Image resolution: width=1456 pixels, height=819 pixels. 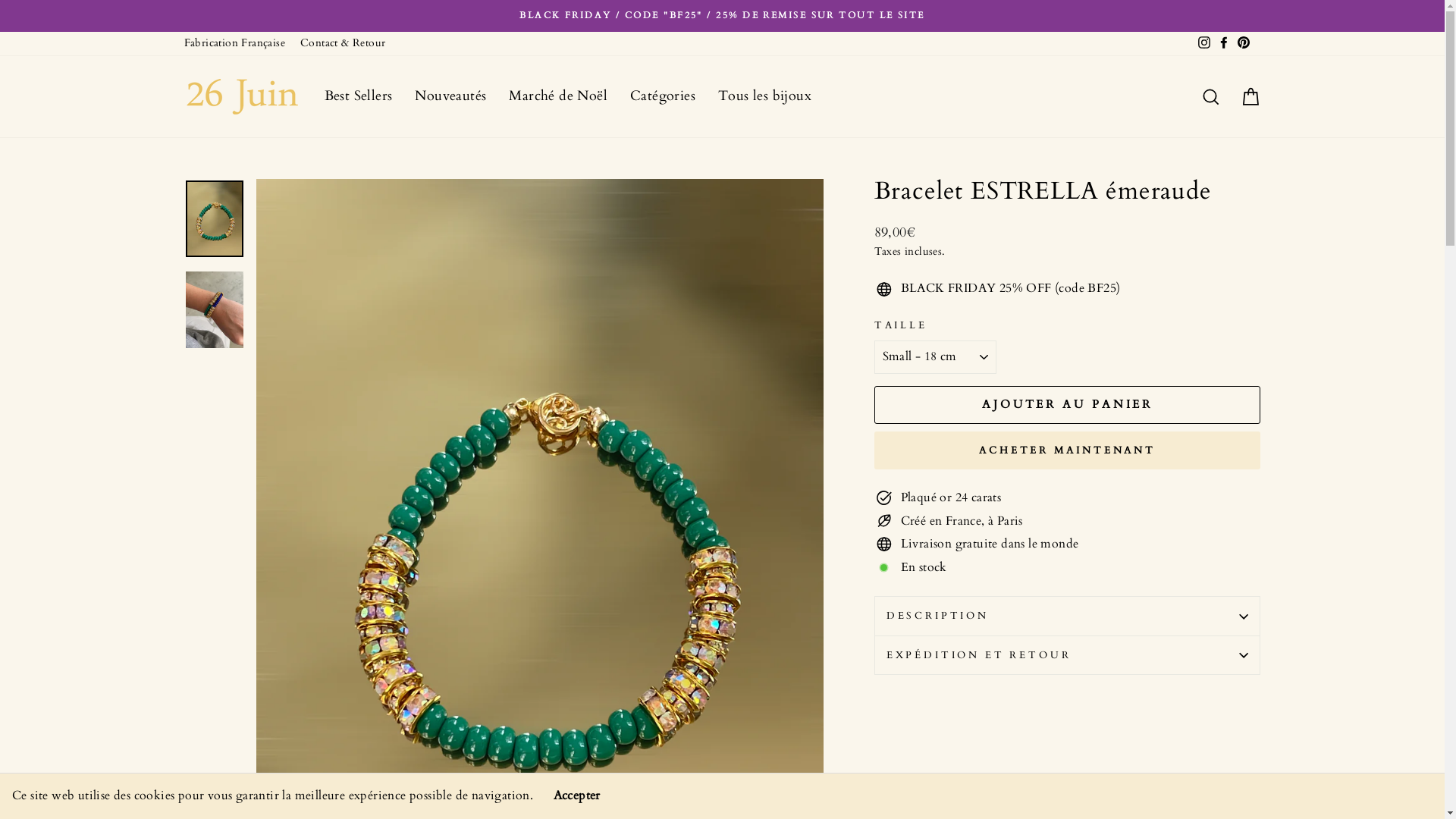 What do you see at coordinates (1066, 450) in the screenshot?
I see `'ACHETER MAINTENANT'` at bounding box center [1066, 450].